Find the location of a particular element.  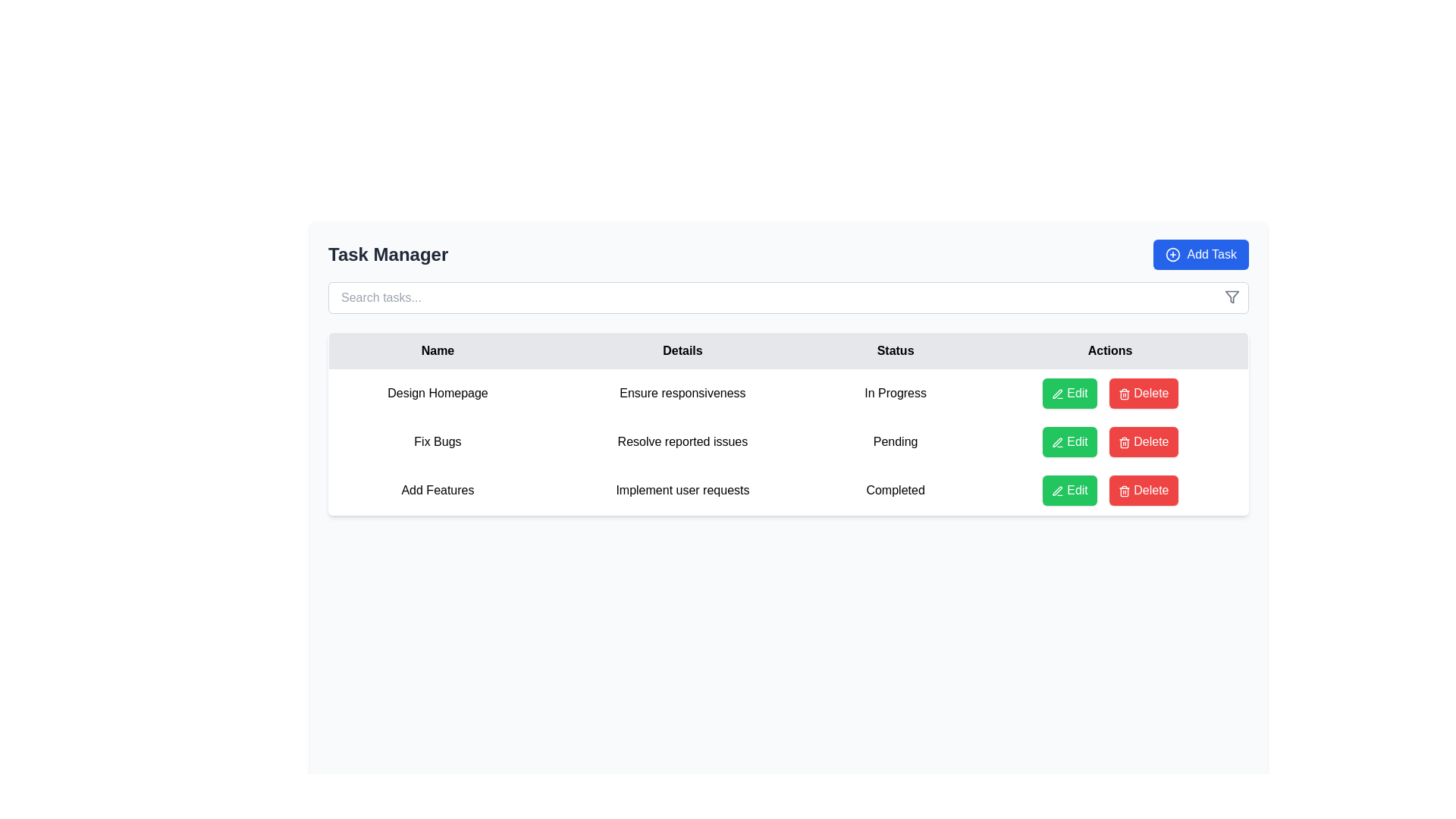

the button group containing the 'Edit' and 'Delete' buttons in the 'Actions' column of the 'Task Manager' for the task 'Design Homepage' is located at coordinates (1110, 393).